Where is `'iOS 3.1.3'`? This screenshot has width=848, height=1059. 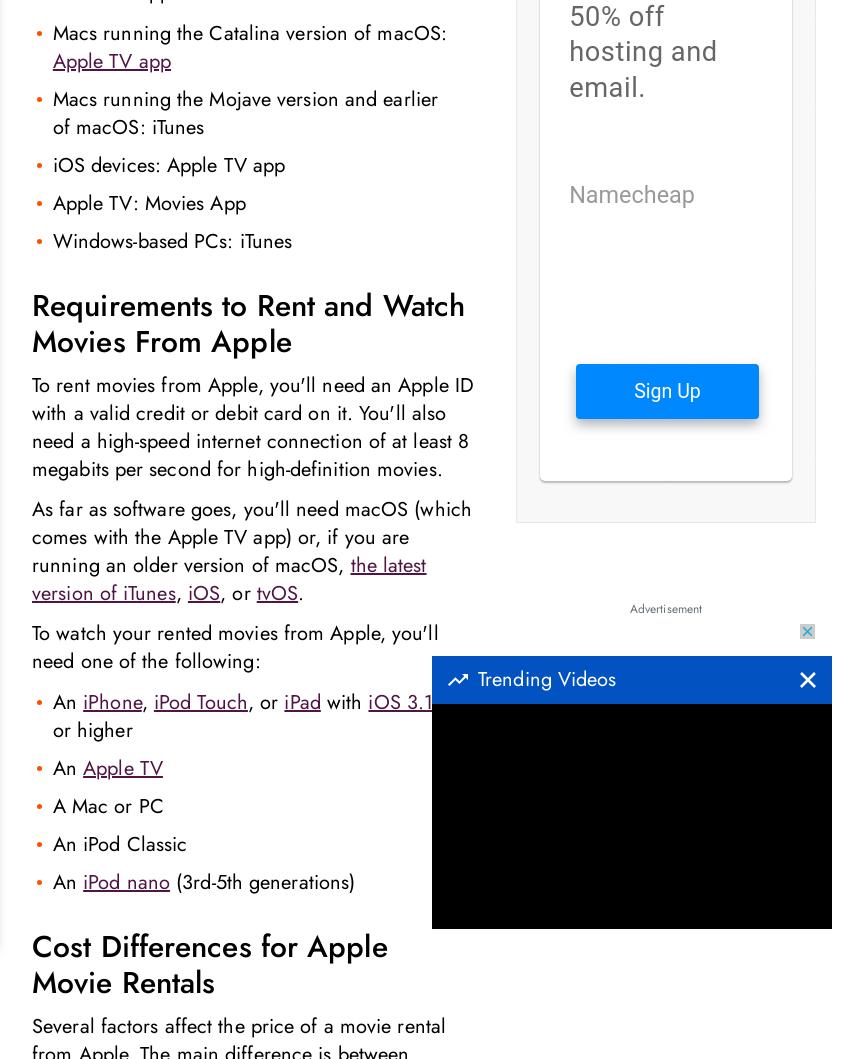 'iOS 3.1.3' is located at coordinates (408, 701).